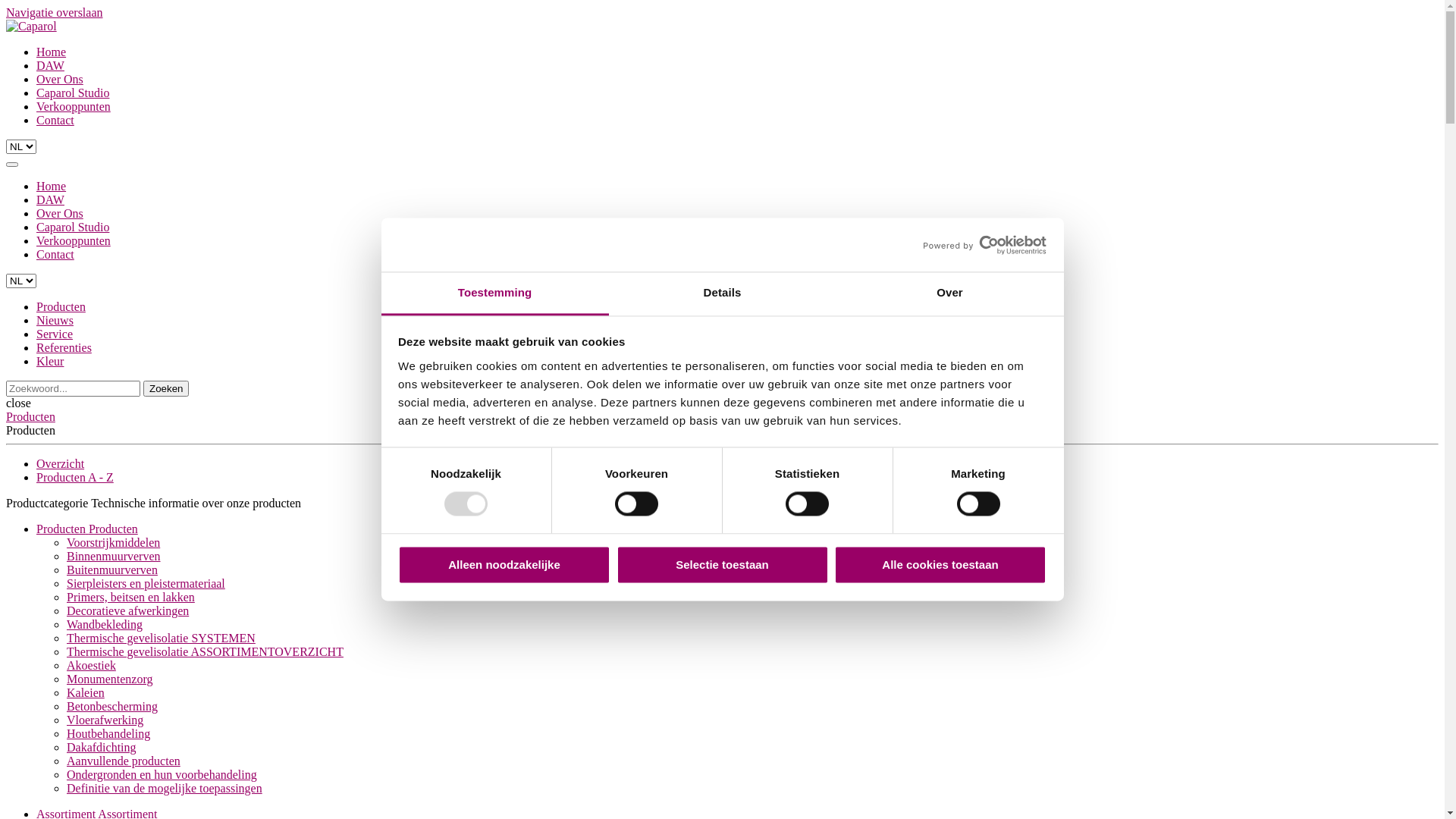 This screenshot has height=819, width=1456. Describe the element at coordinates (85, 692) in the screenshot. I see `'Kaleien'` at that location.